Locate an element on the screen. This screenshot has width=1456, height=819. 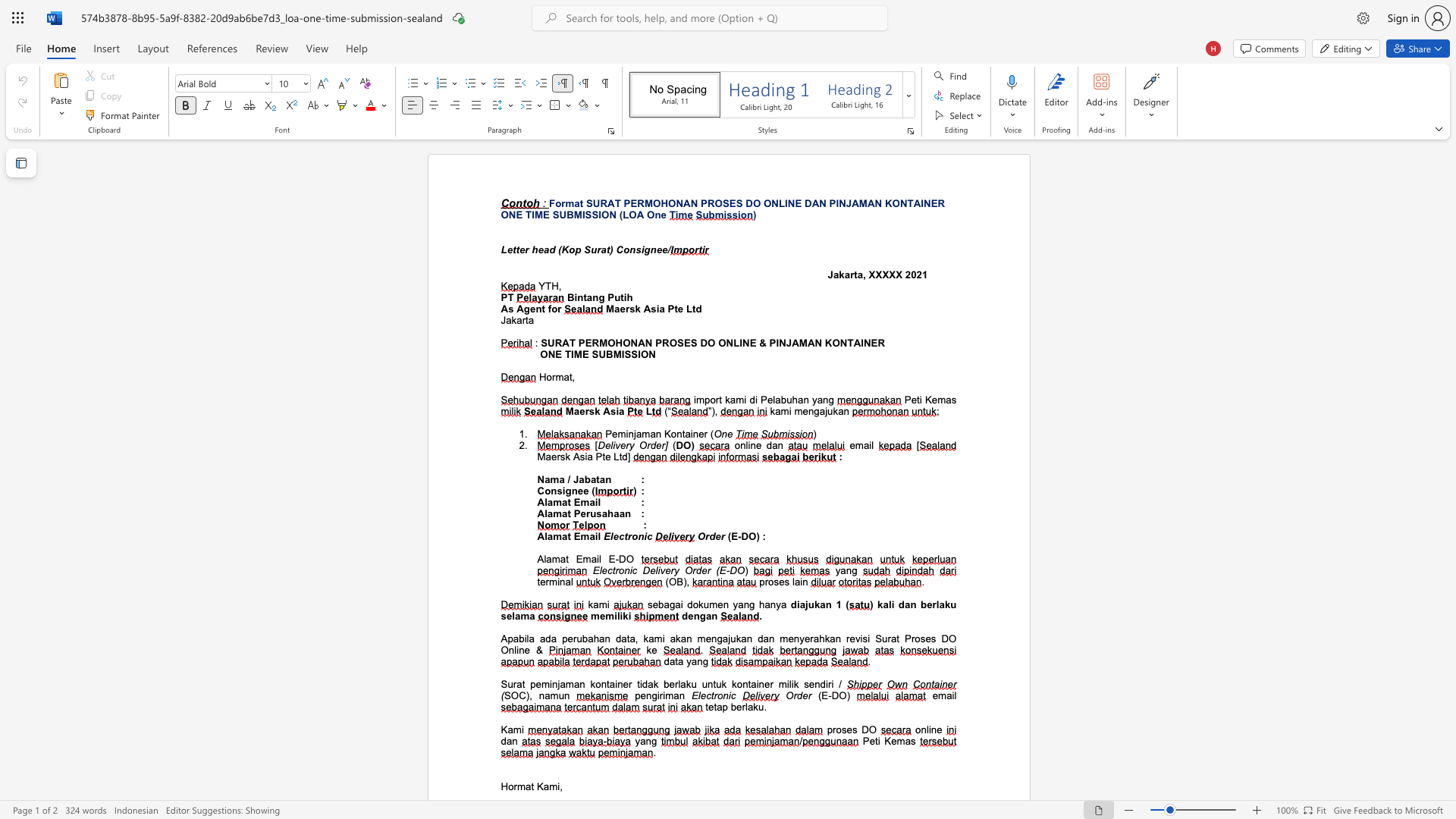
the space between the continuous character "a" and "t" in the text is located at coordinates (604, 249).